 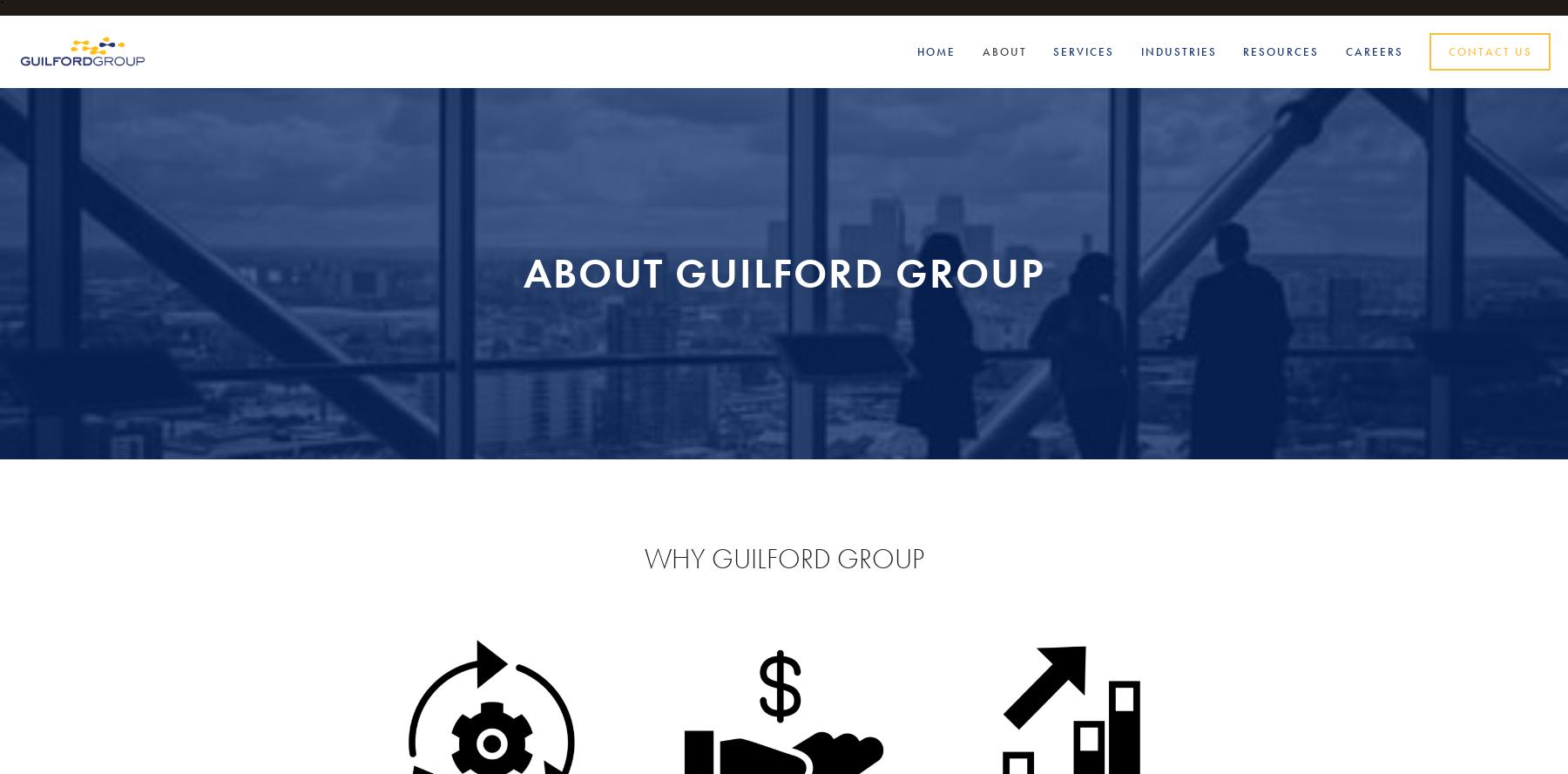 I want to click on 'WHY GUILFORD GROUP', so click(x=783, y=558).